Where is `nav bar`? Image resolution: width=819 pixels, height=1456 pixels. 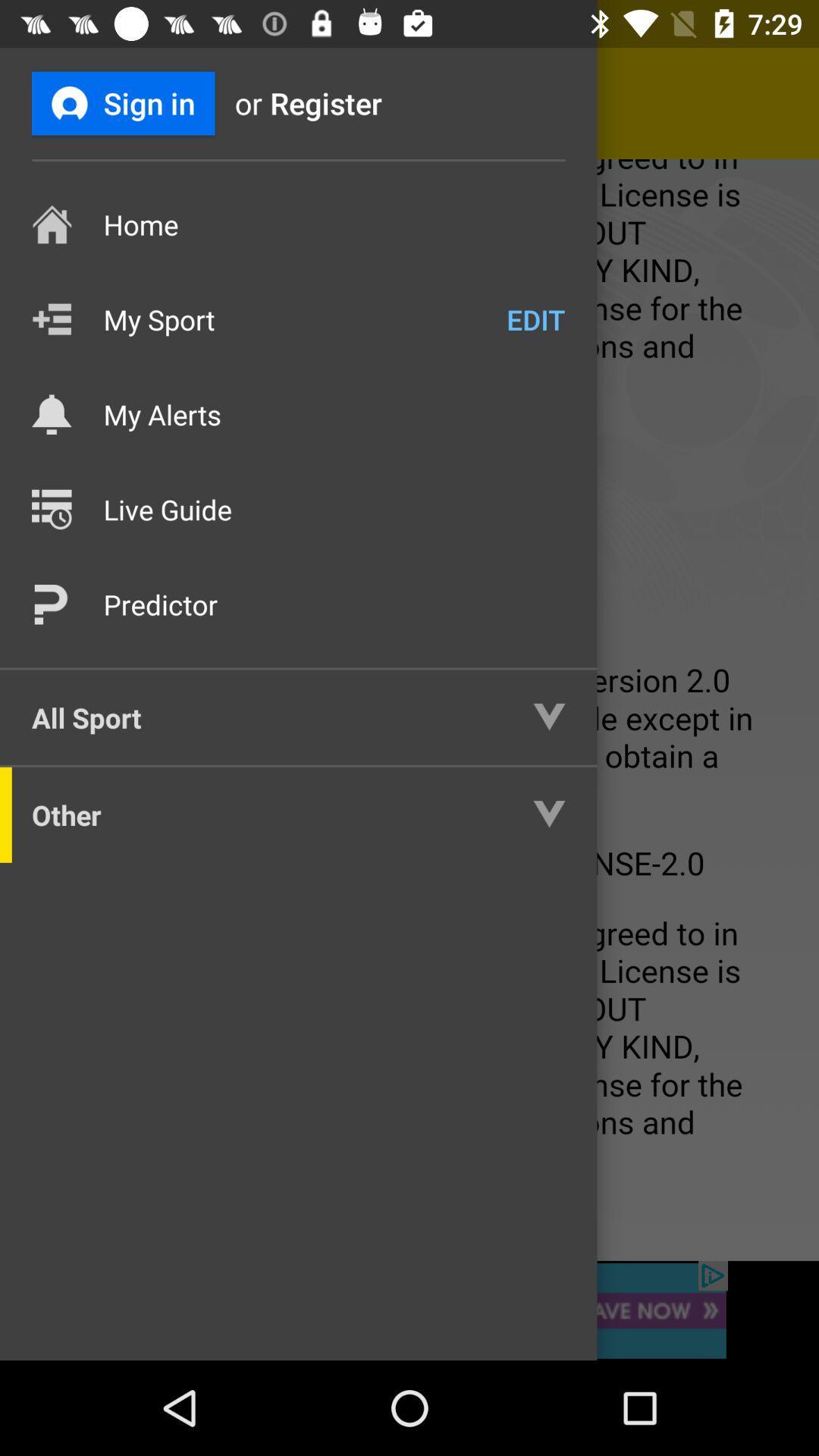
nav bar is located at coordinates (409, 709).